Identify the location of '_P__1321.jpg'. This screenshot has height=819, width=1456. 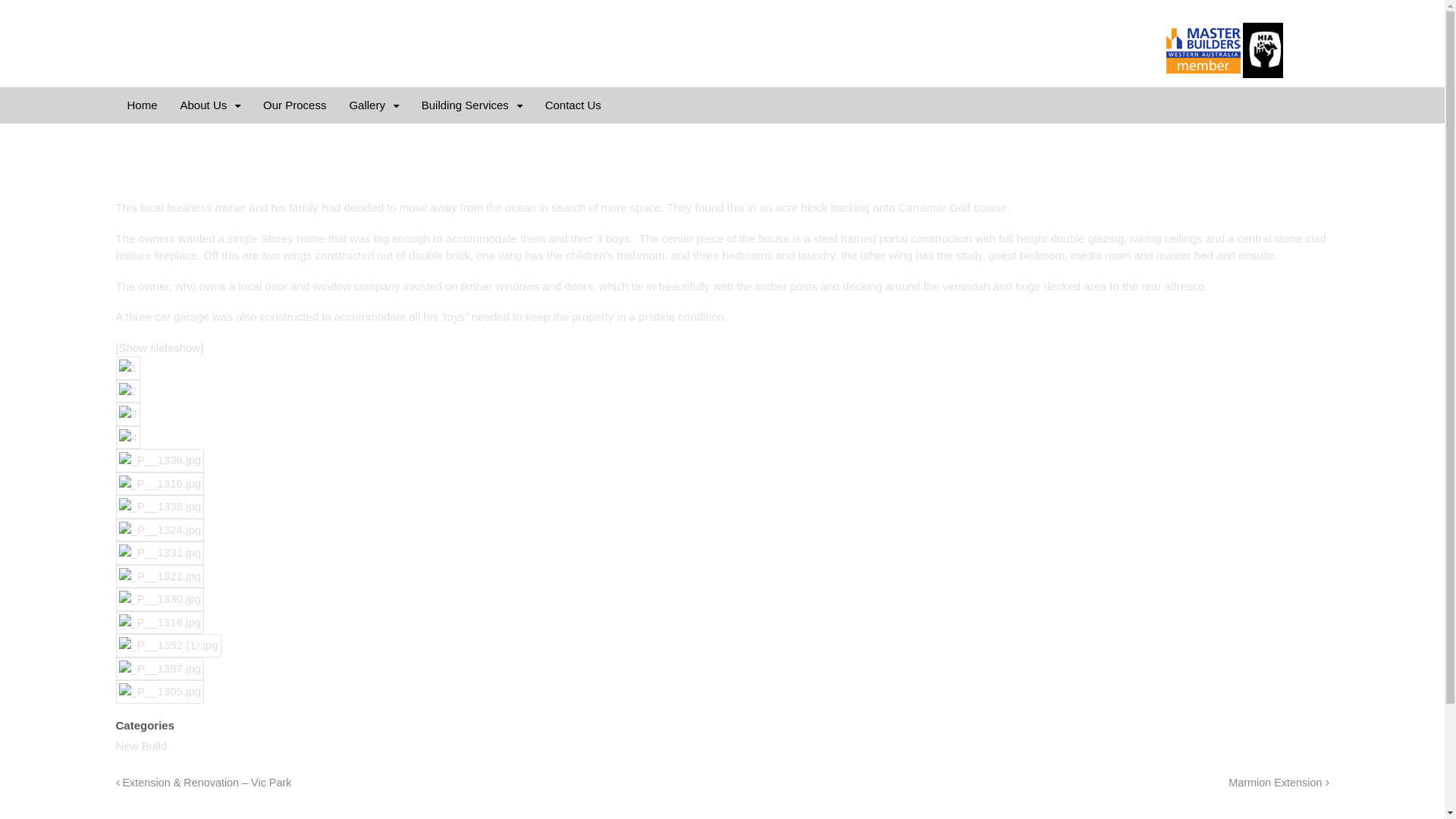
(159, 576).